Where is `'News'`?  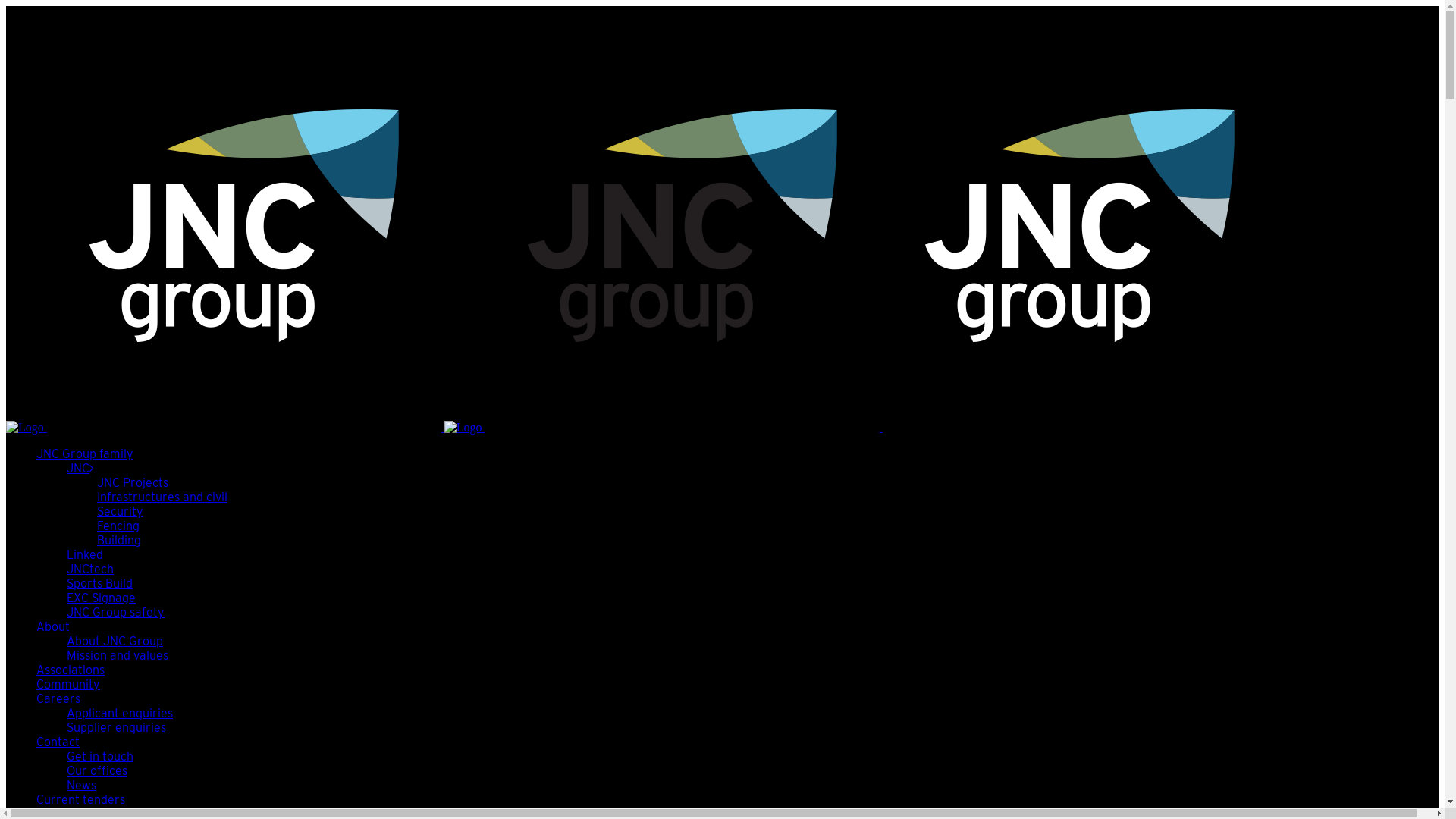
'News' is located at coordinates (80, 785).